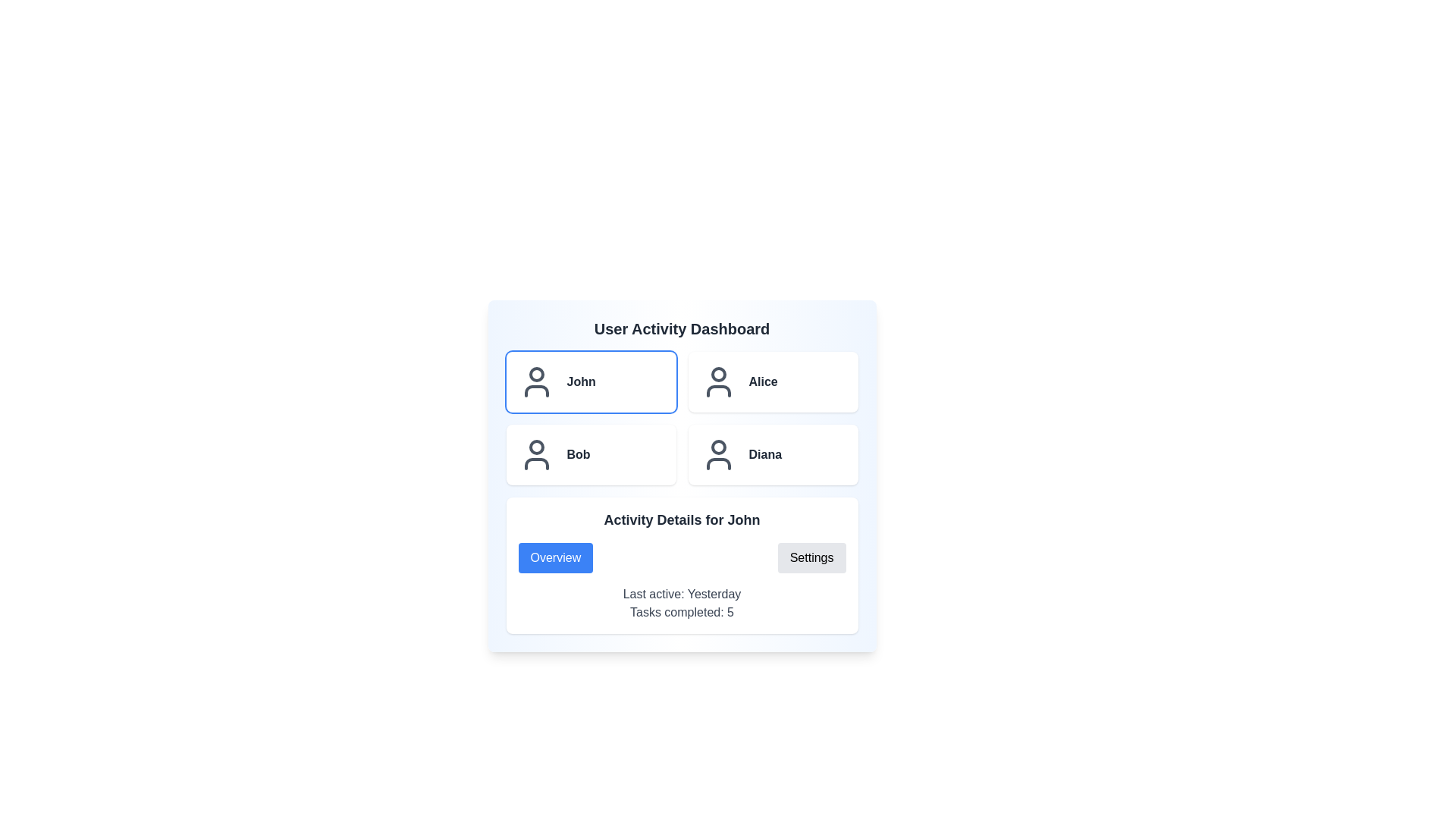 This screenshot has height=819, width=1456. Describe the element at coordinates (578, 454) in the screenshot. I see `the static text label that identifies the user profile with the name 'Bob', located at the bottom-left corner of the user profile grid in the second row and first column` at that location.